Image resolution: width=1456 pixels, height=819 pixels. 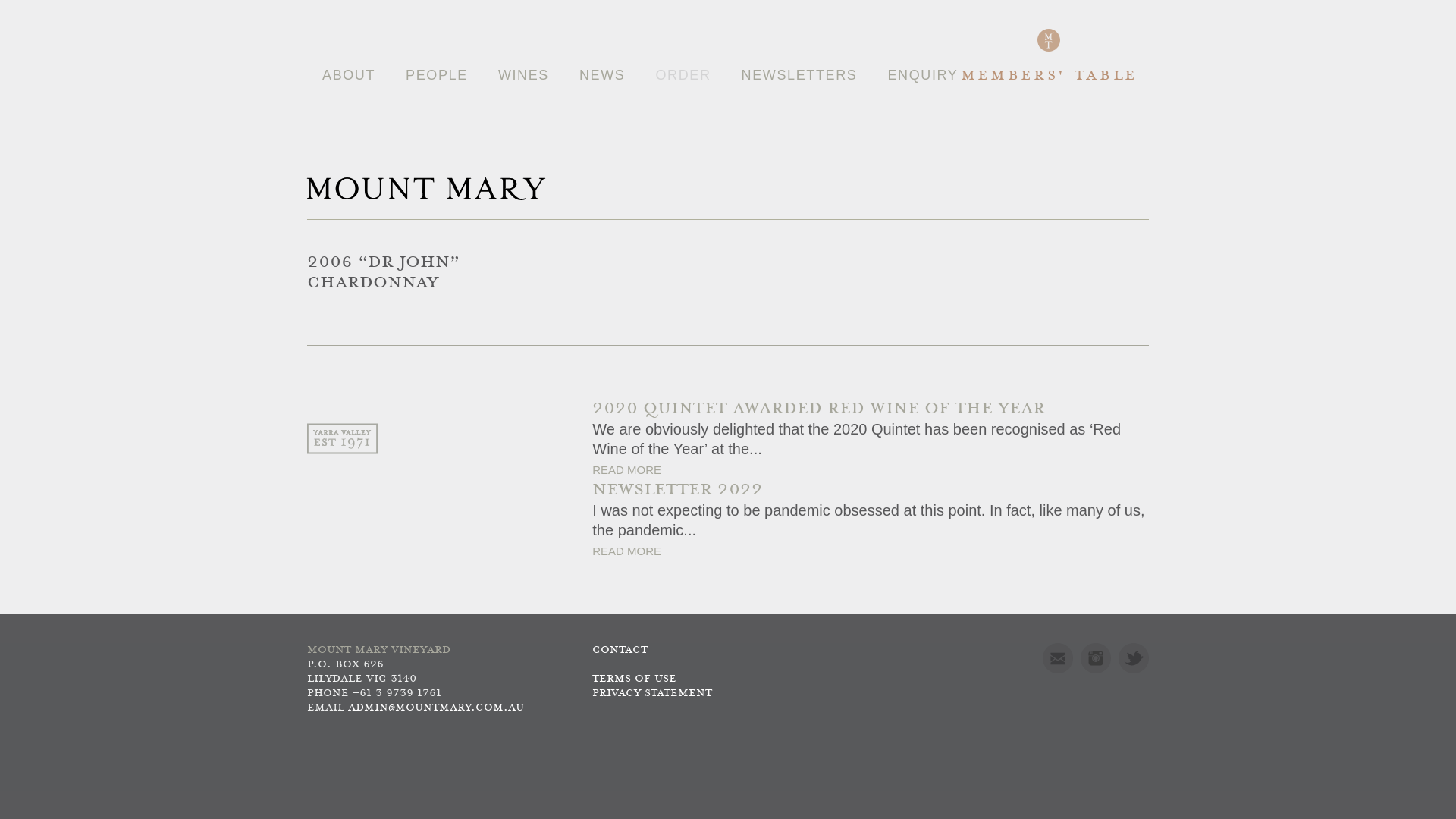 I want to click on 'READ MORE', so click(x=626, y=551).